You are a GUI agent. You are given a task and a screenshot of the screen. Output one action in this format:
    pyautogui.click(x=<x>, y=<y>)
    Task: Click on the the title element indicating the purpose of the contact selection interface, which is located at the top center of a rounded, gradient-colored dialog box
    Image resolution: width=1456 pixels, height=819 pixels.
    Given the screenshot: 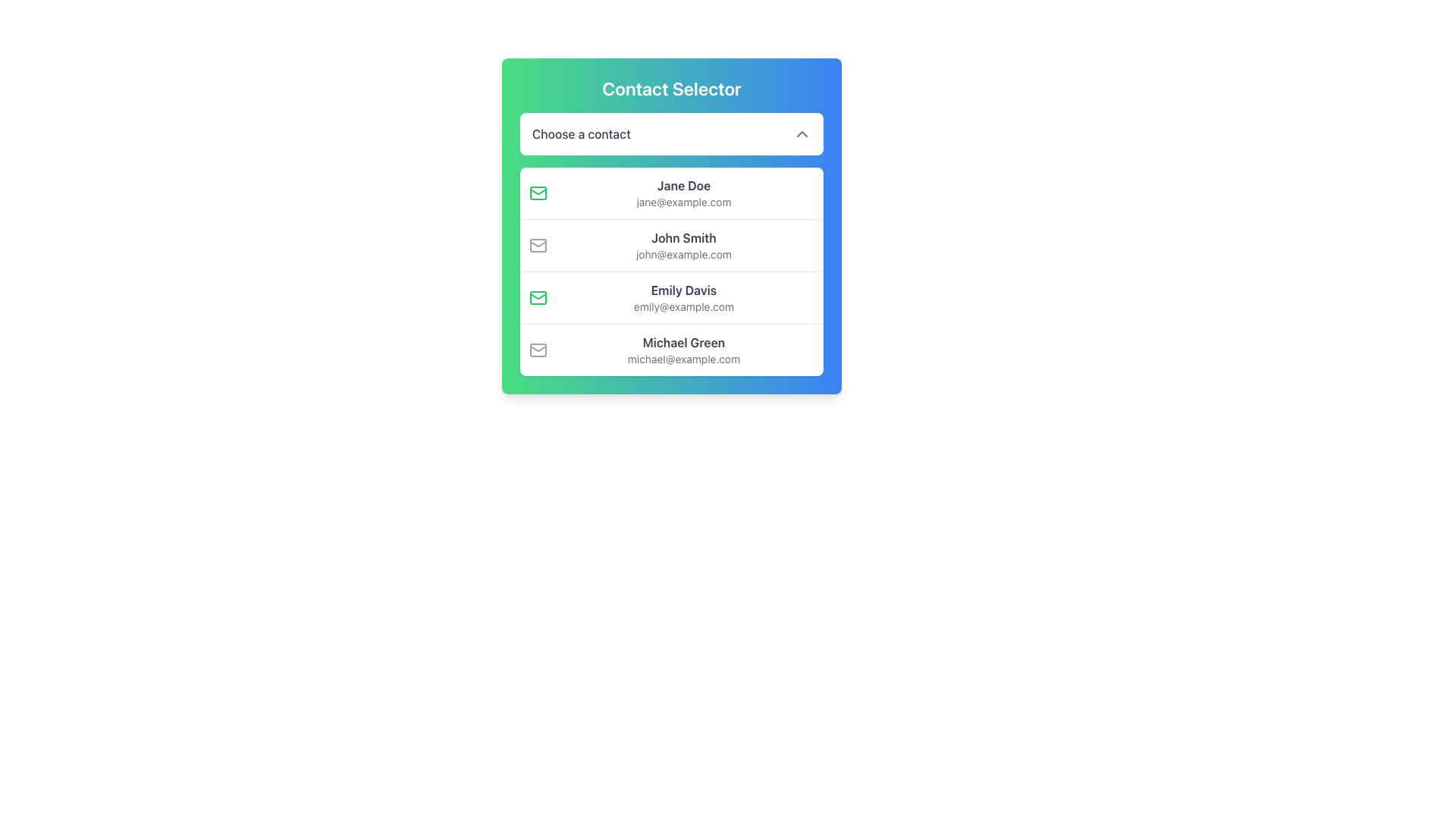 What is the action you would take?
    pyautogui.click(x=671, y=88)
    